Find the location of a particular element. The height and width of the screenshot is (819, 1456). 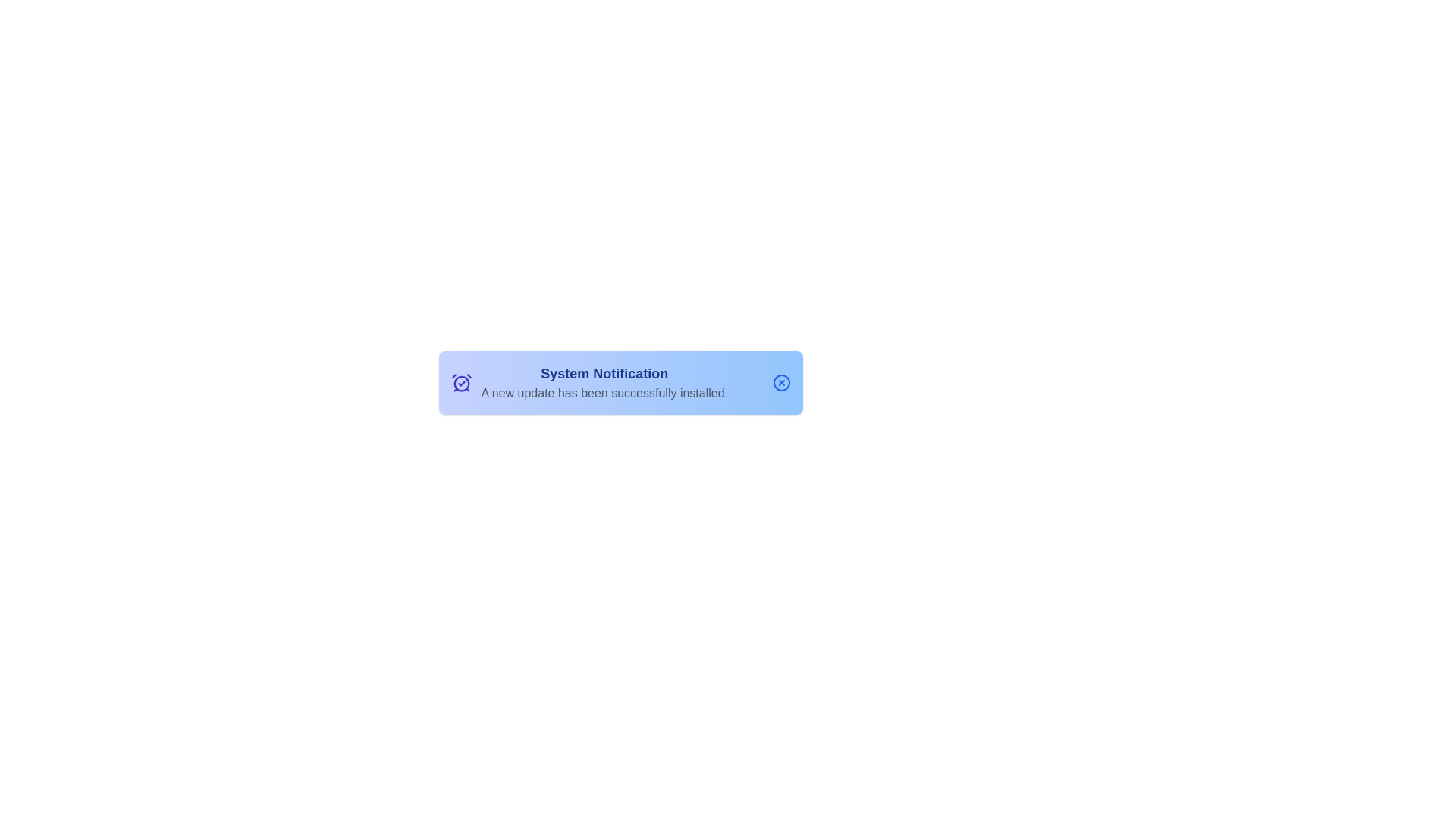

the close icon button at the far right end of the 'System Notification' box is located at coordinates (781, 382).